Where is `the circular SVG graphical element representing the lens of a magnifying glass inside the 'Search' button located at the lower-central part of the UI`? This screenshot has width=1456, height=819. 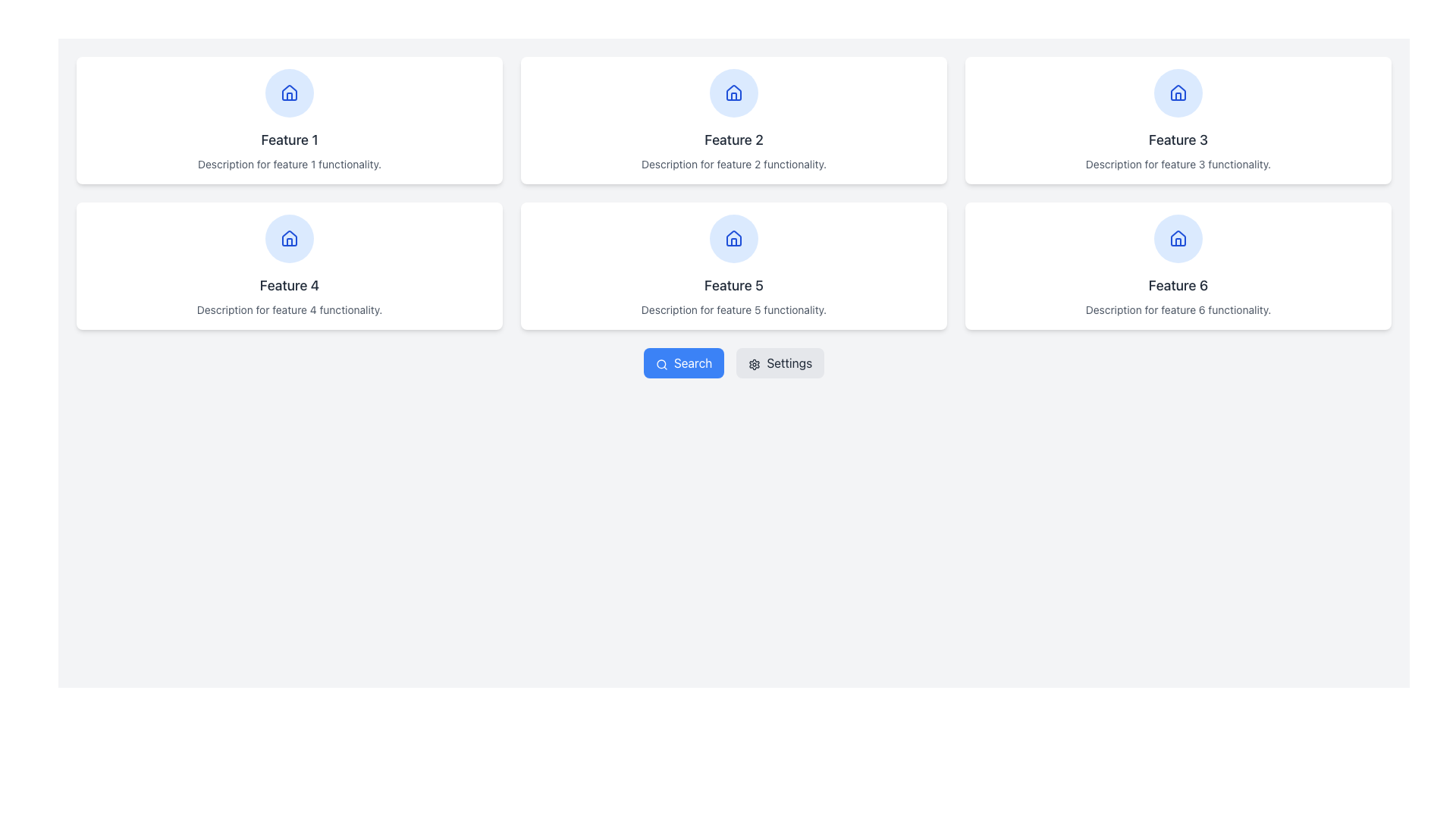 the circular SVG graphical element representing the lens of a magnifying glass inside the 'Search' button located at the lower-central part of the UI is located at coordinates (661, 364).